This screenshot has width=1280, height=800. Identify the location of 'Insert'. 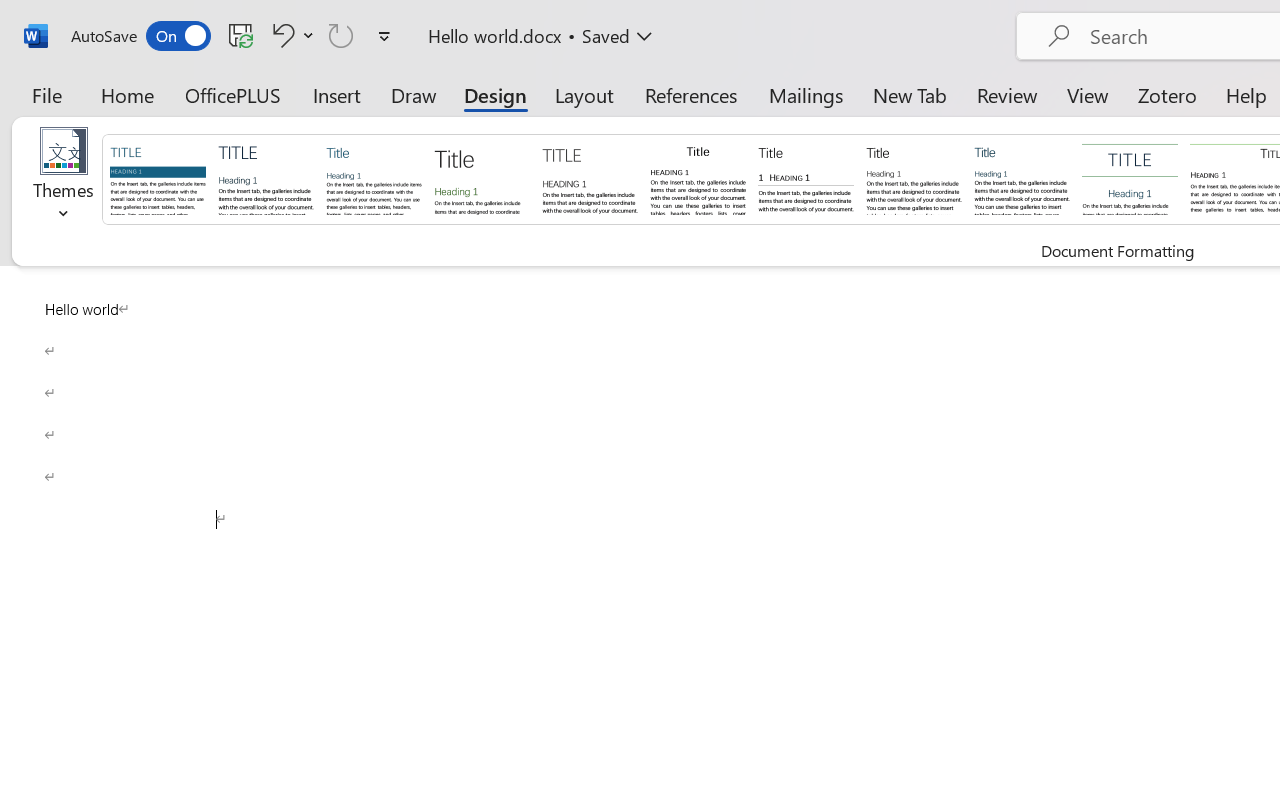
(337, 94).